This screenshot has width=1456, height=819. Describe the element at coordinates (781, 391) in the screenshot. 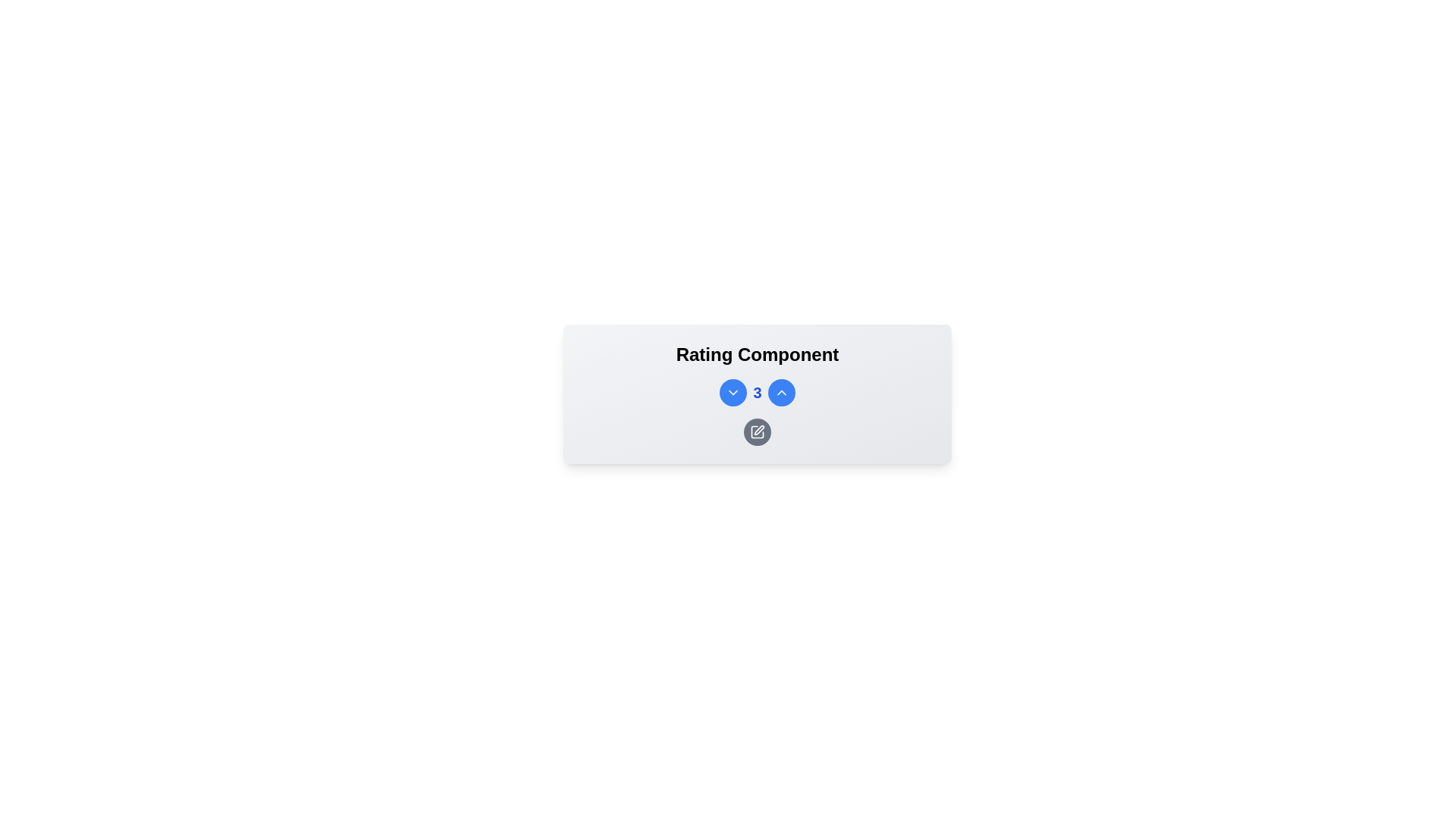

I see `the increment button located to the right of the numeric label '3' to increase the value` at that location.